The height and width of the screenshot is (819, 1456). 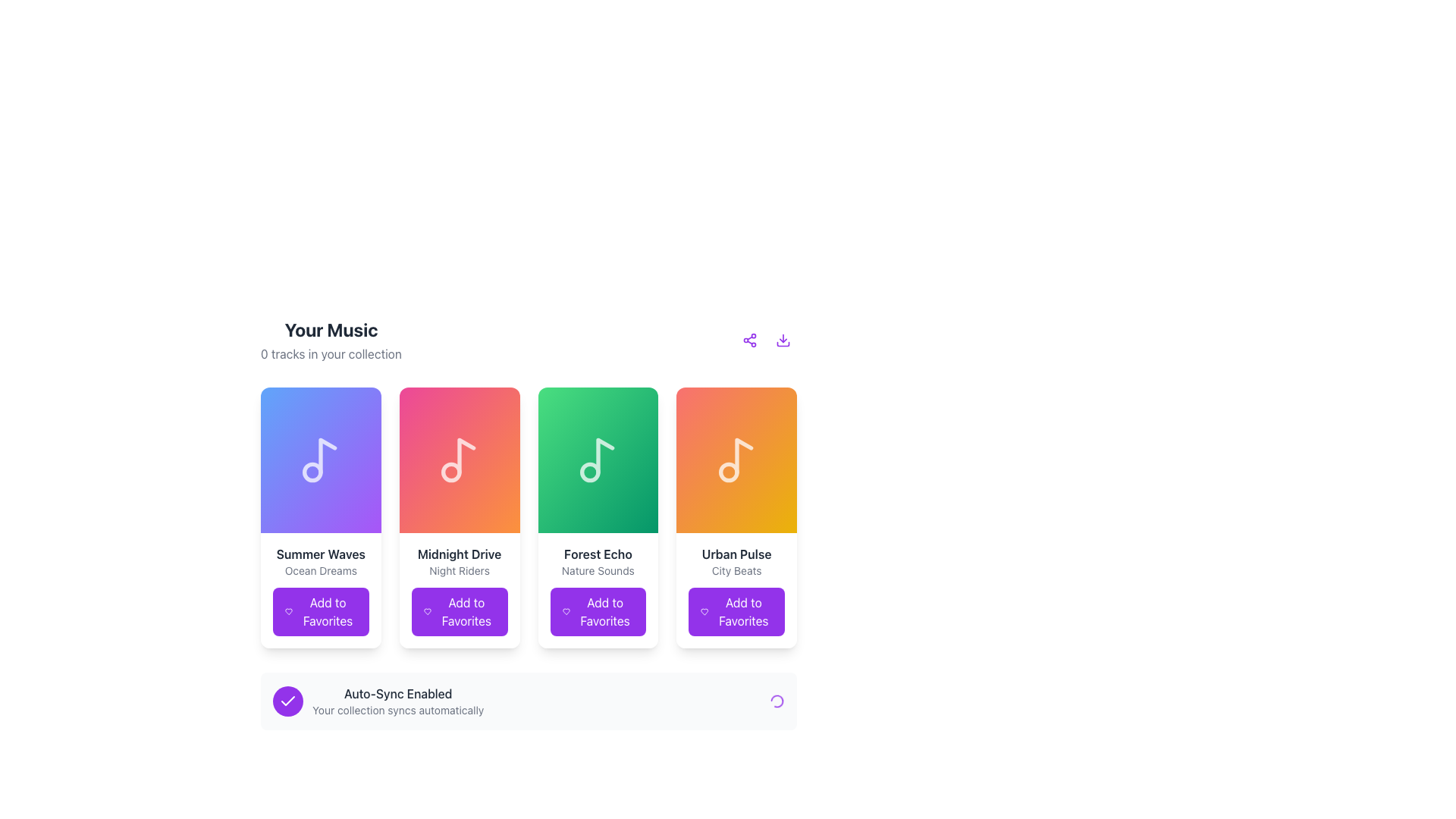 I want to click on the circular decorative element located centrally within the first card of the card list, just above the text 'Summer Waves', so click(x=312, y=472).